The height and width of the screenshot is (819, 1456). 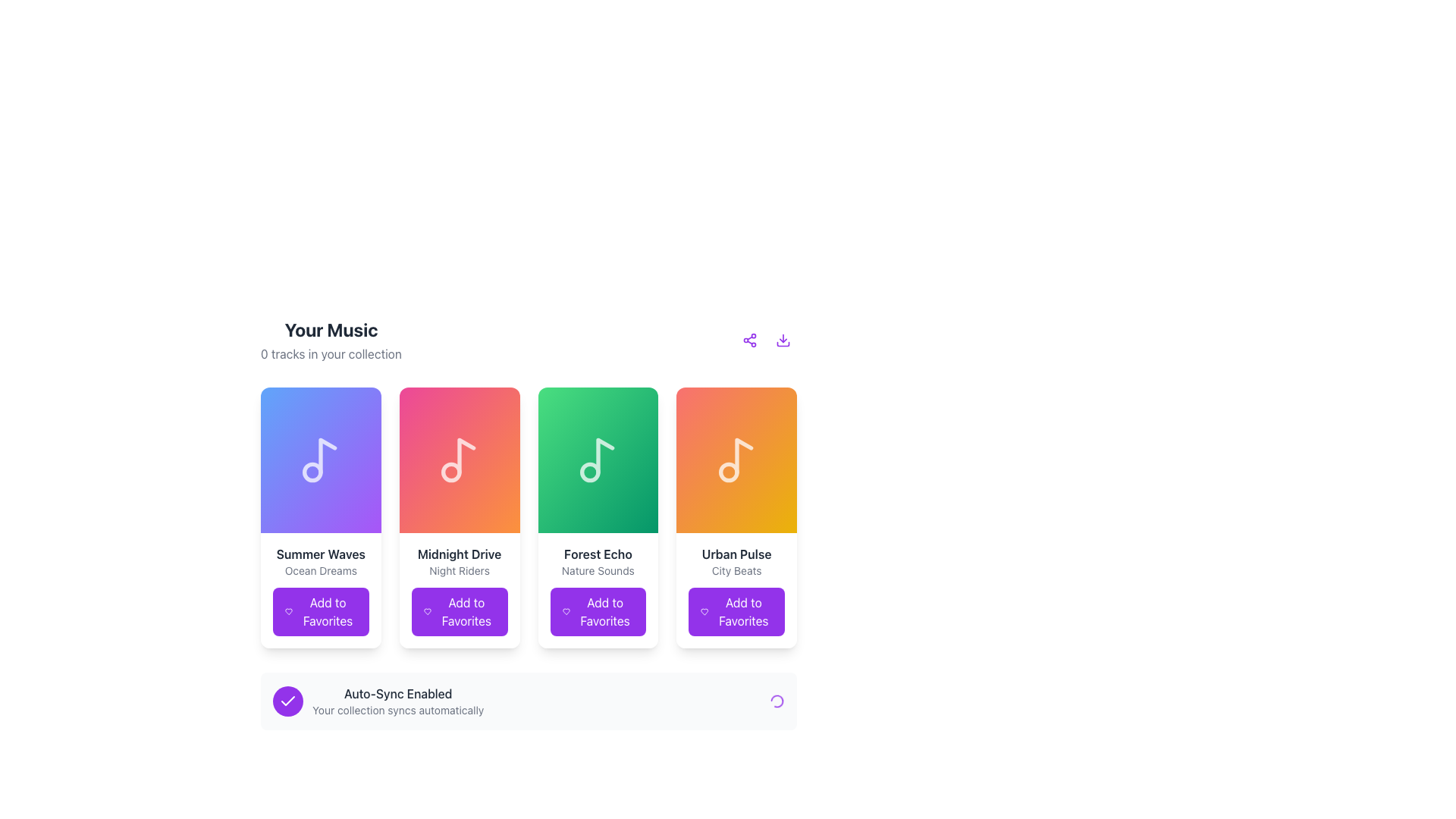 I want to click on the circular decorative element located centrally within the first card of the card list, just above the text 'Summer Waves', so click(x=312, y=472).